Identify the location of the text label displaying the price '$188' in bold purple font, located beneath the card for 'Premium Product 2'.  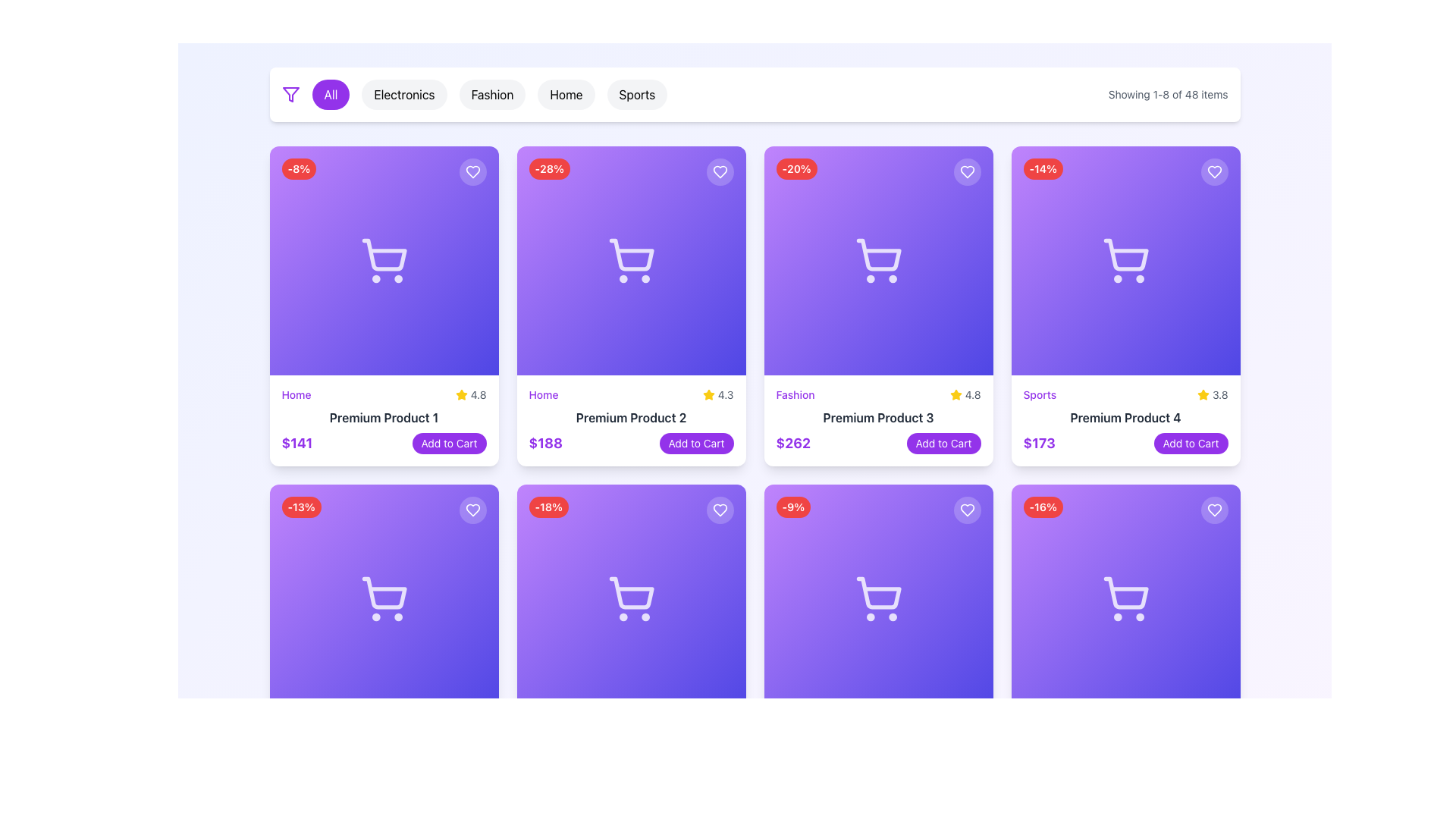
(545, 444).